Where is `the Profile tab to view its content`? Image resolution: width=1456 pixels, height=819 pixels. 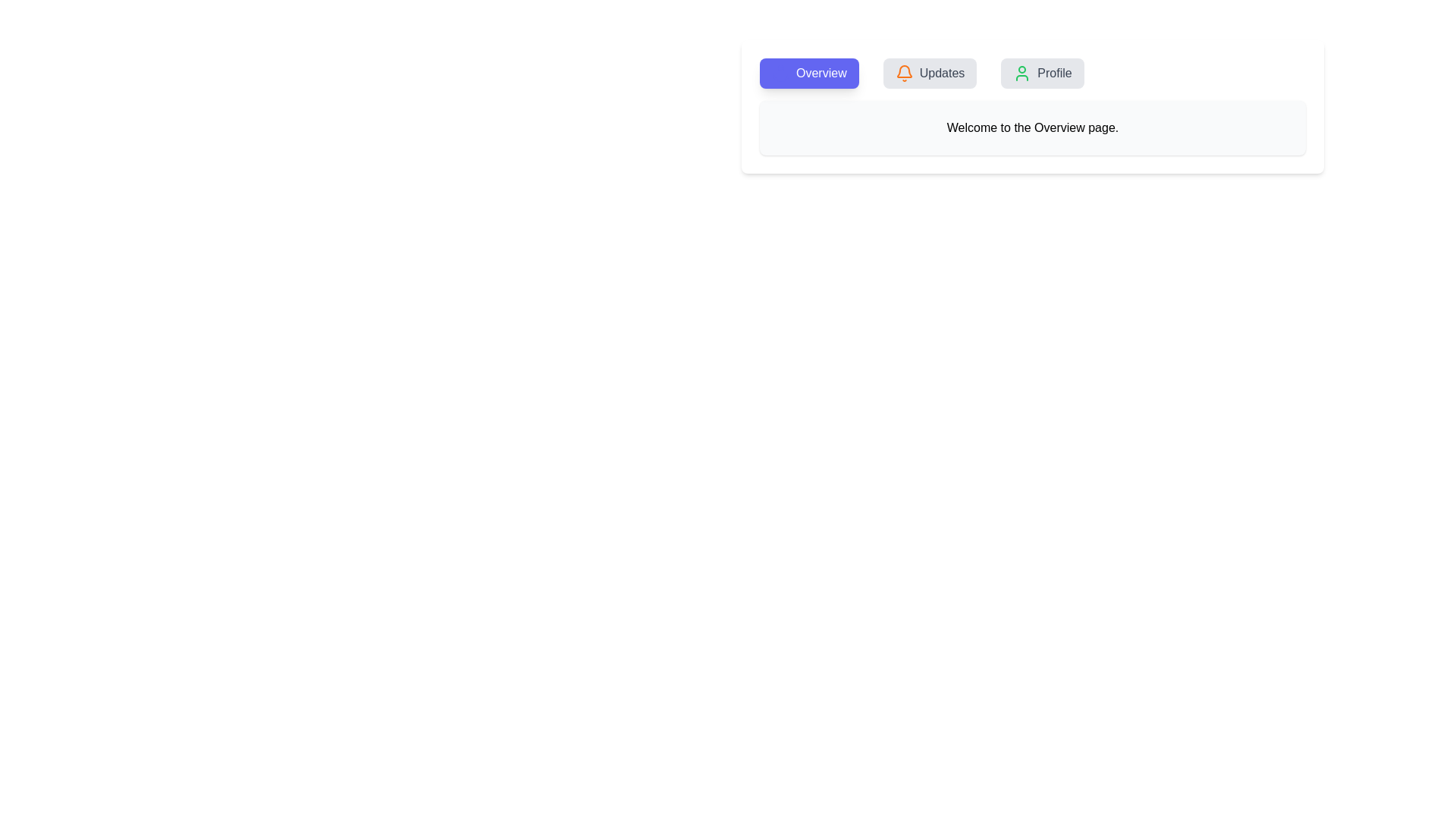
the Profile tab to view its content is located at coordinates (1041, 73).